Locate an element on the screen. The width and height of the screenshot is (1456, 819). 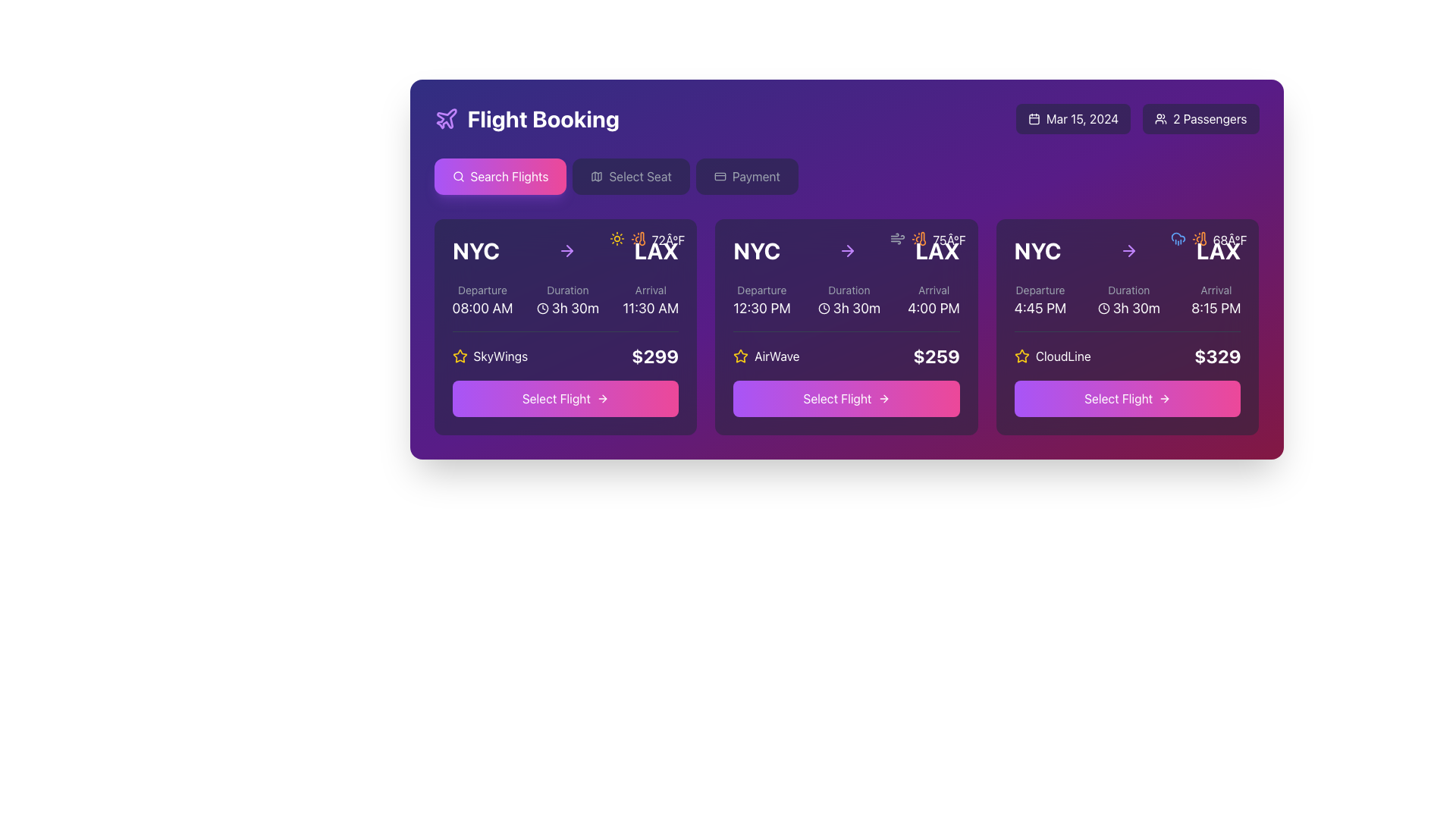
the clock icon representing the duration, which is visually associated with the label '3h 30m' is located at coordinates (1103, 308).